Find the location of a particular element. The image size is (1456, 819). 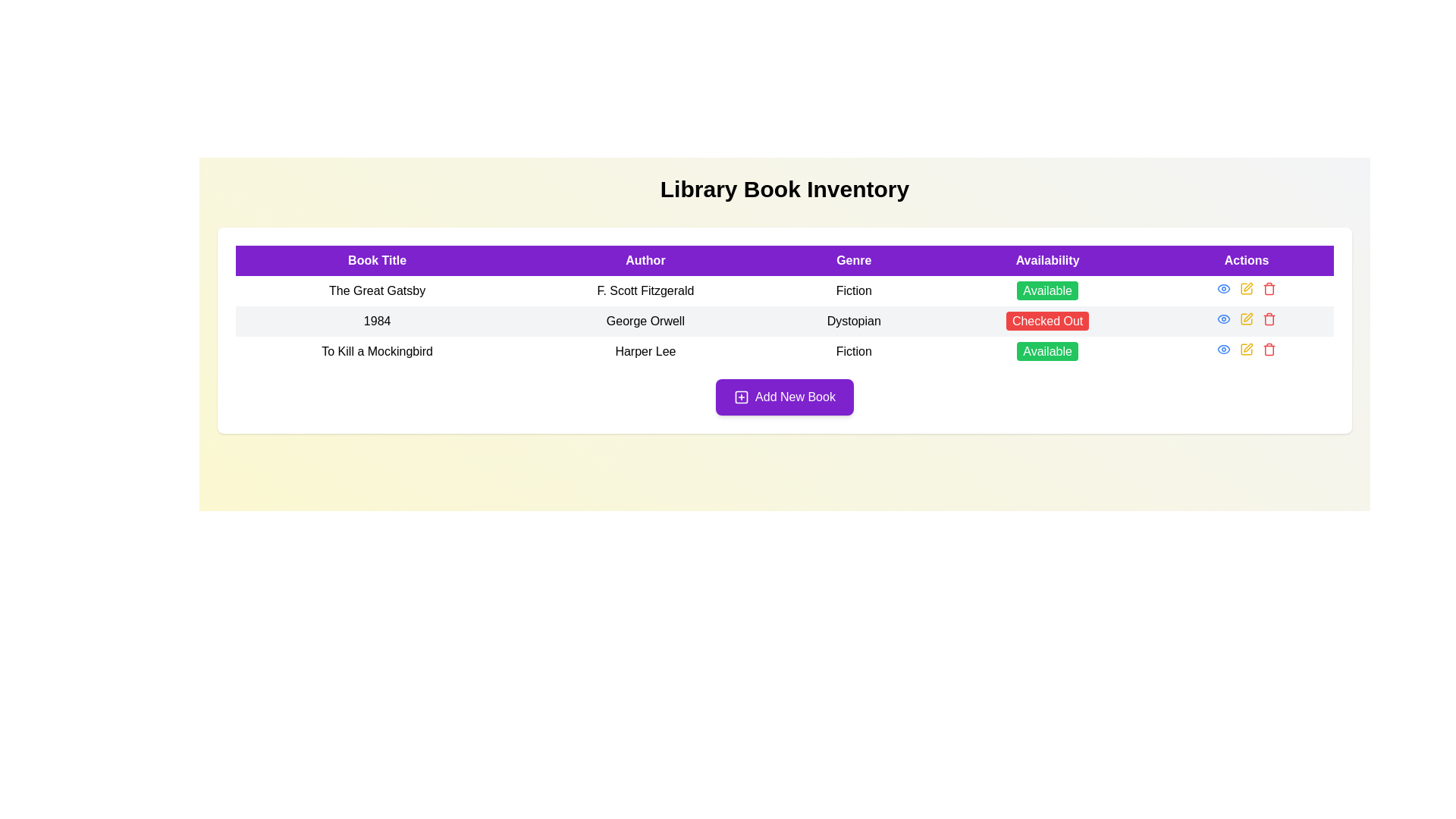

the 'Actions' header in the table, which is the fifth column located next to 'Availability' is located at coordinates (1247, 259).